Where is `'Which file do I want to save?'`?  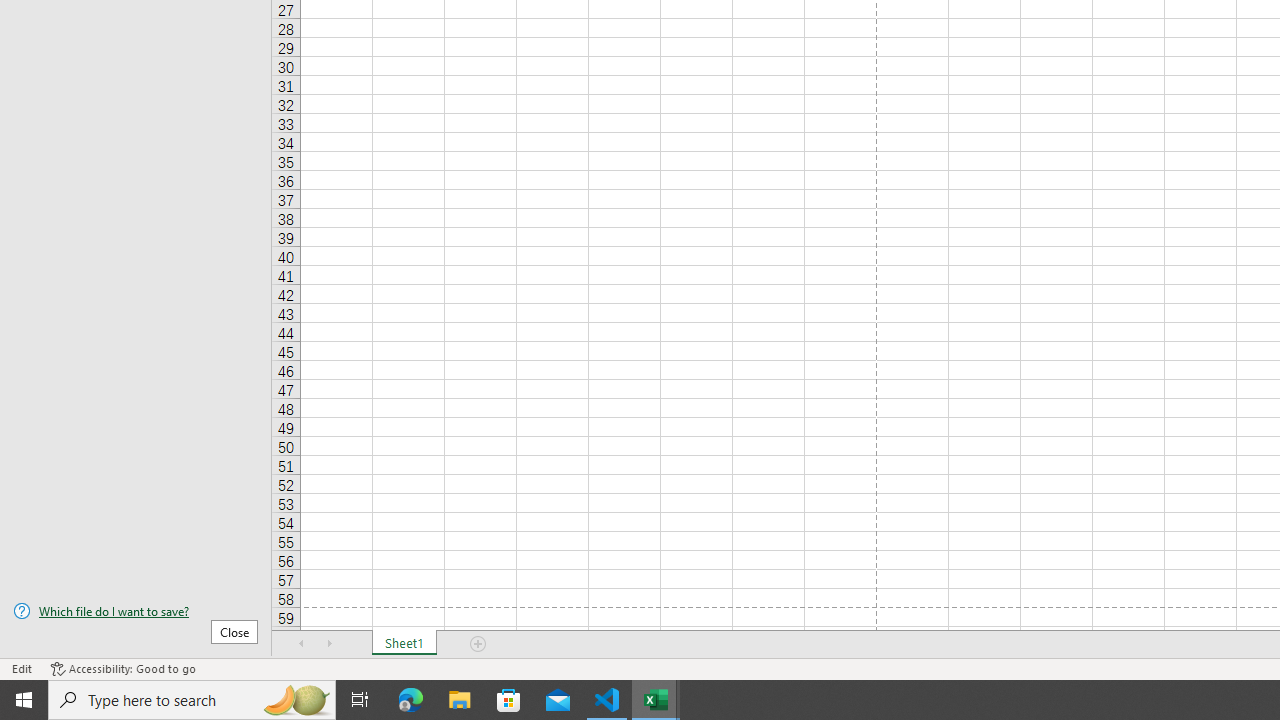
'Which file do I want to save?' is located at coordinates (135, 610).